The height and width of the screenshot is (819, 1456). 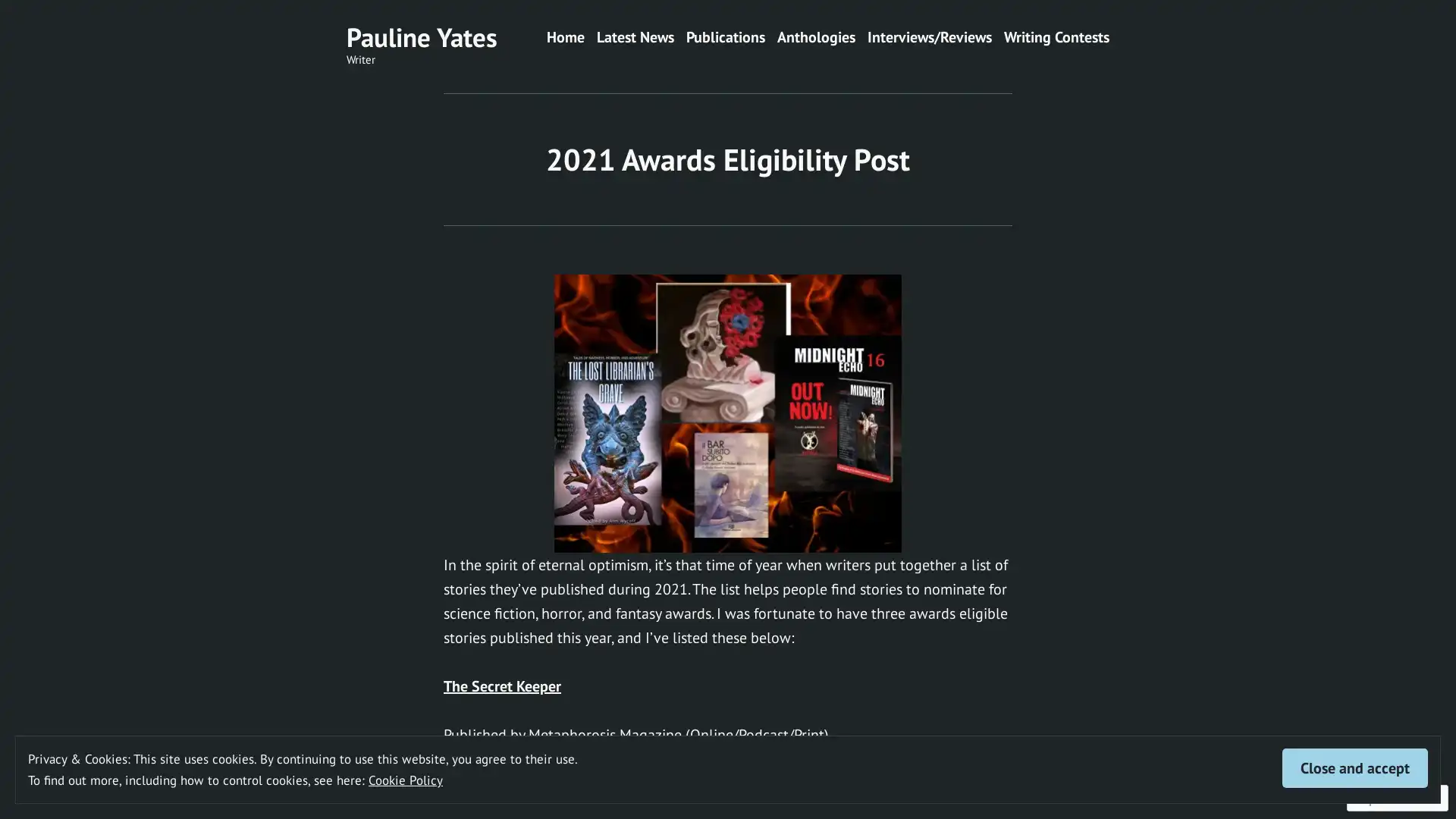 What do you see at coordinates (1354, 768) in the screenshot?
I see `Close and accept` at bounding box center [1354, 768].